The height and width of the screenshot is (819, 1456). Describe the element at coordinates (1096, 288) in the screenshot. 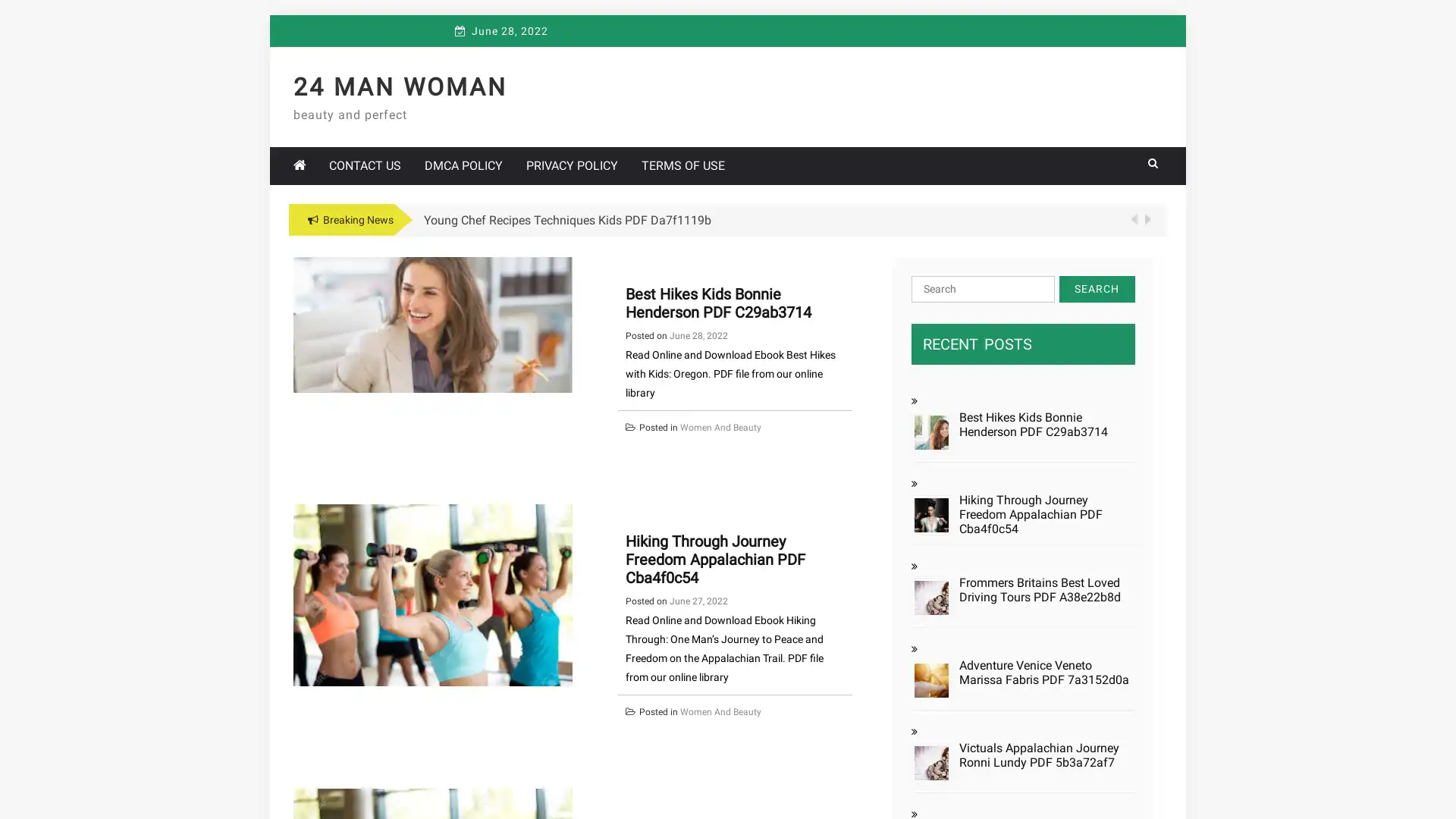

I see `Search` at that location.